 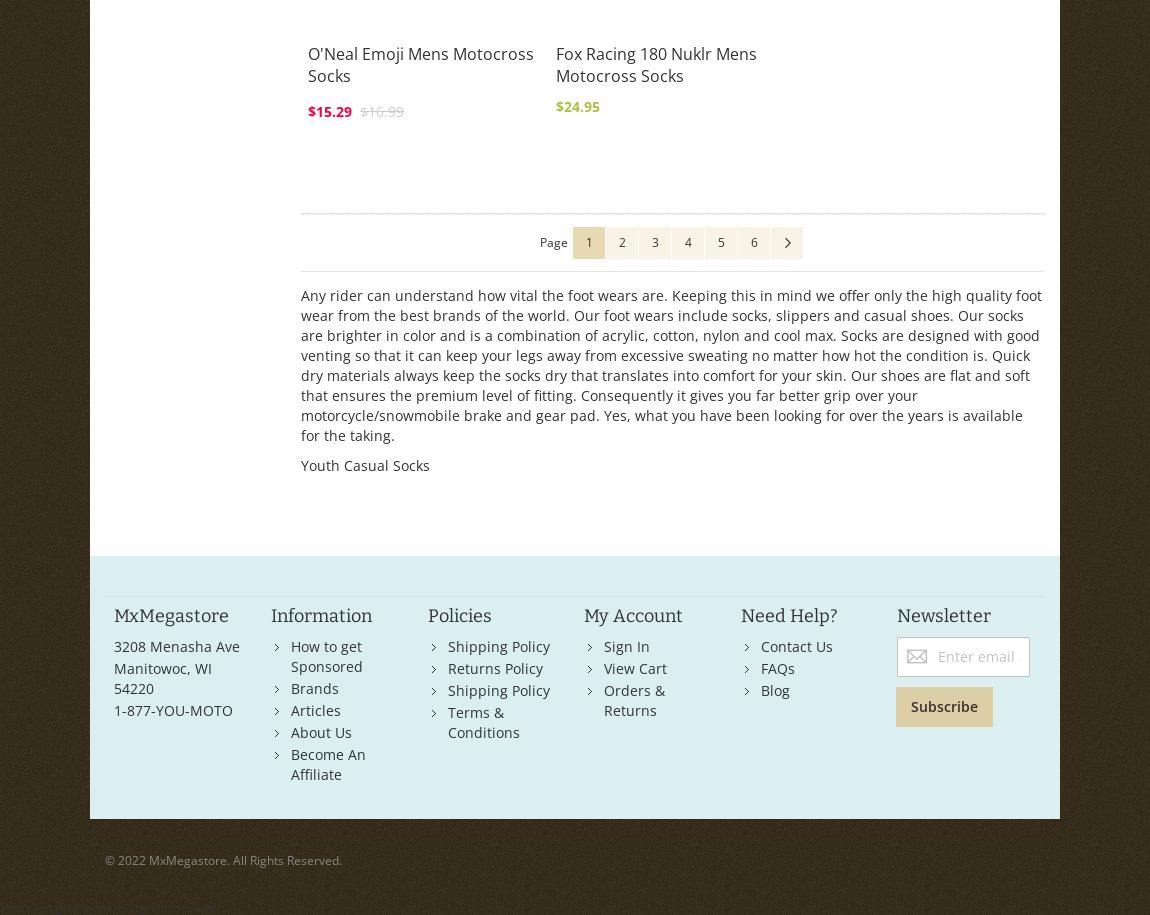 I want to click on 'Page', so click(x=553, y=242).